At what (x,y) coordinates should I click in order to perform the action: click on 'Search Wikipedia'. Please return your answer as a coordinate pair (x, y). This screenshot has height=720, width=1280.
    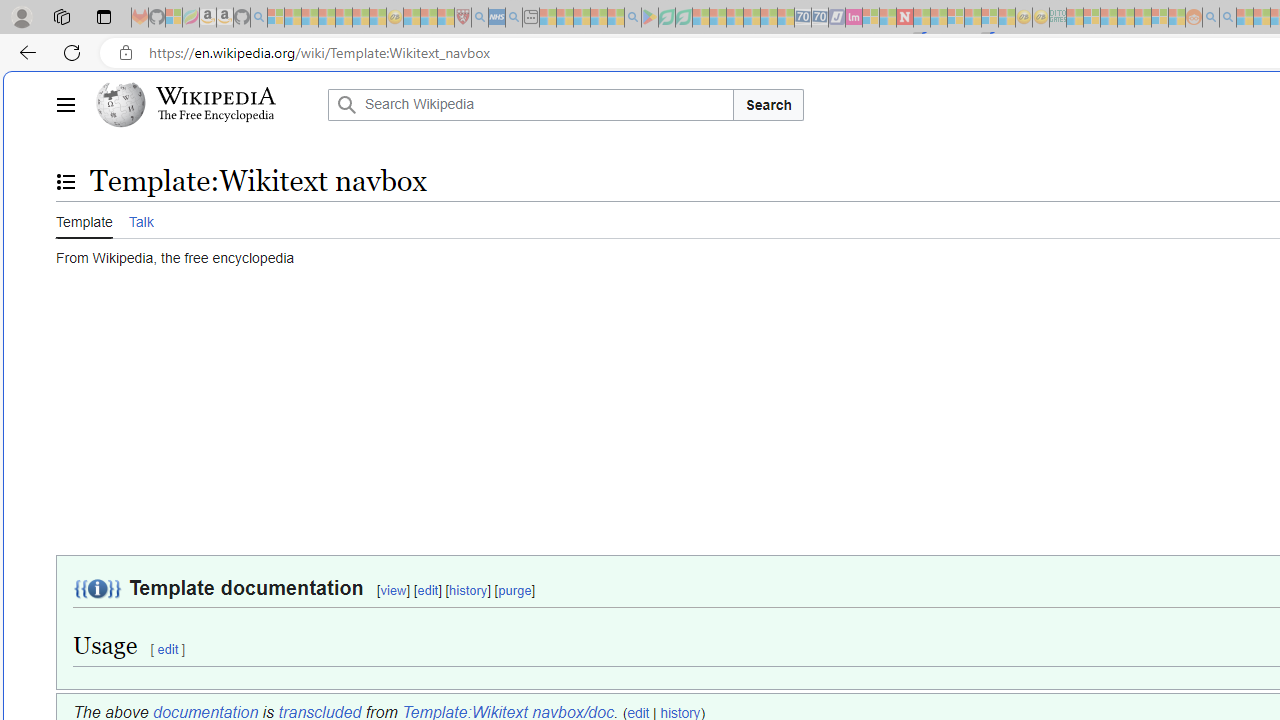
    Looking at the image, I should click on (531, 105).